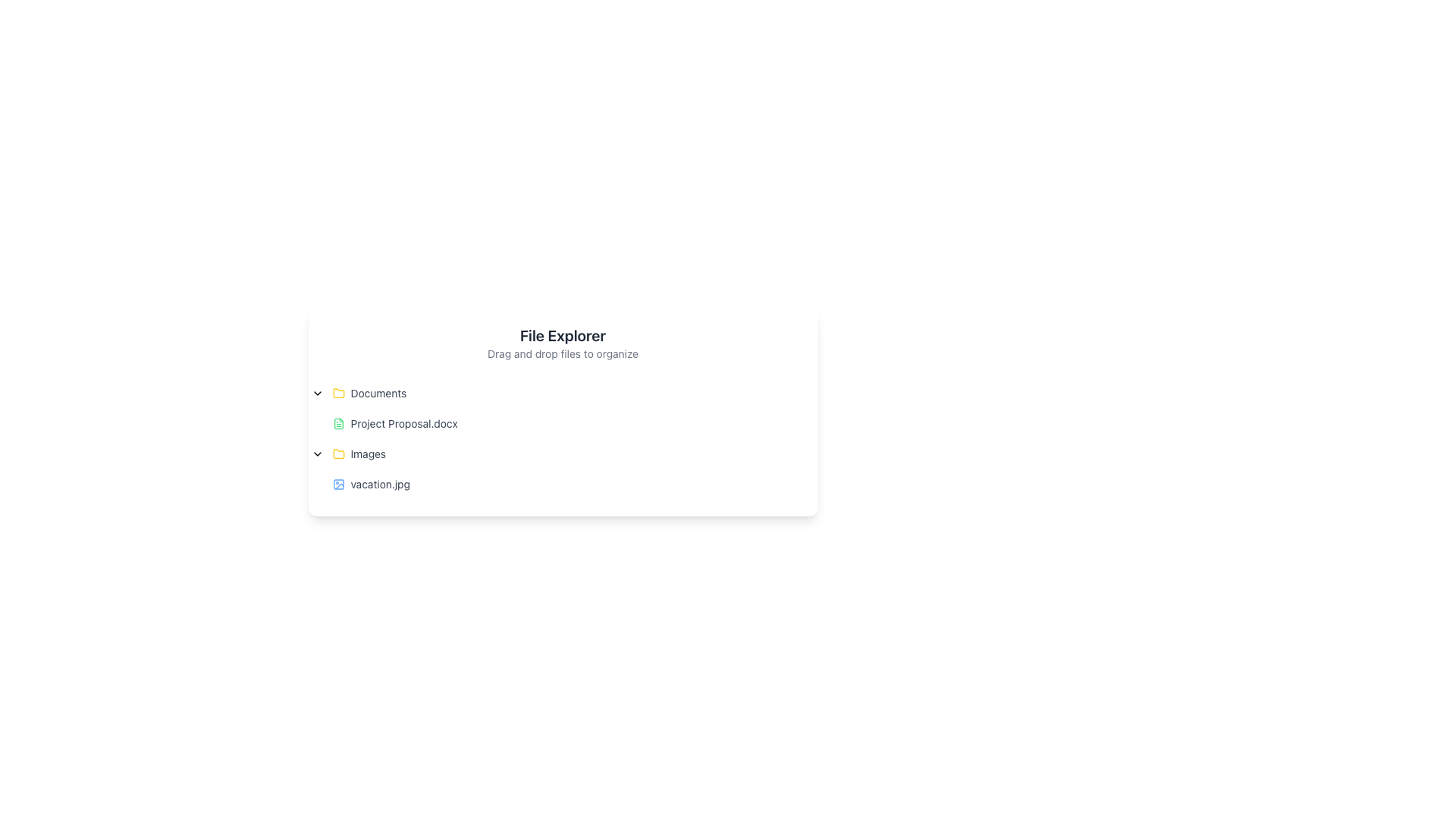  I want to click on the 'Documents' text label that indicates the name or type of content expected within the adjacent yellow folder icon, so click(378, 393).